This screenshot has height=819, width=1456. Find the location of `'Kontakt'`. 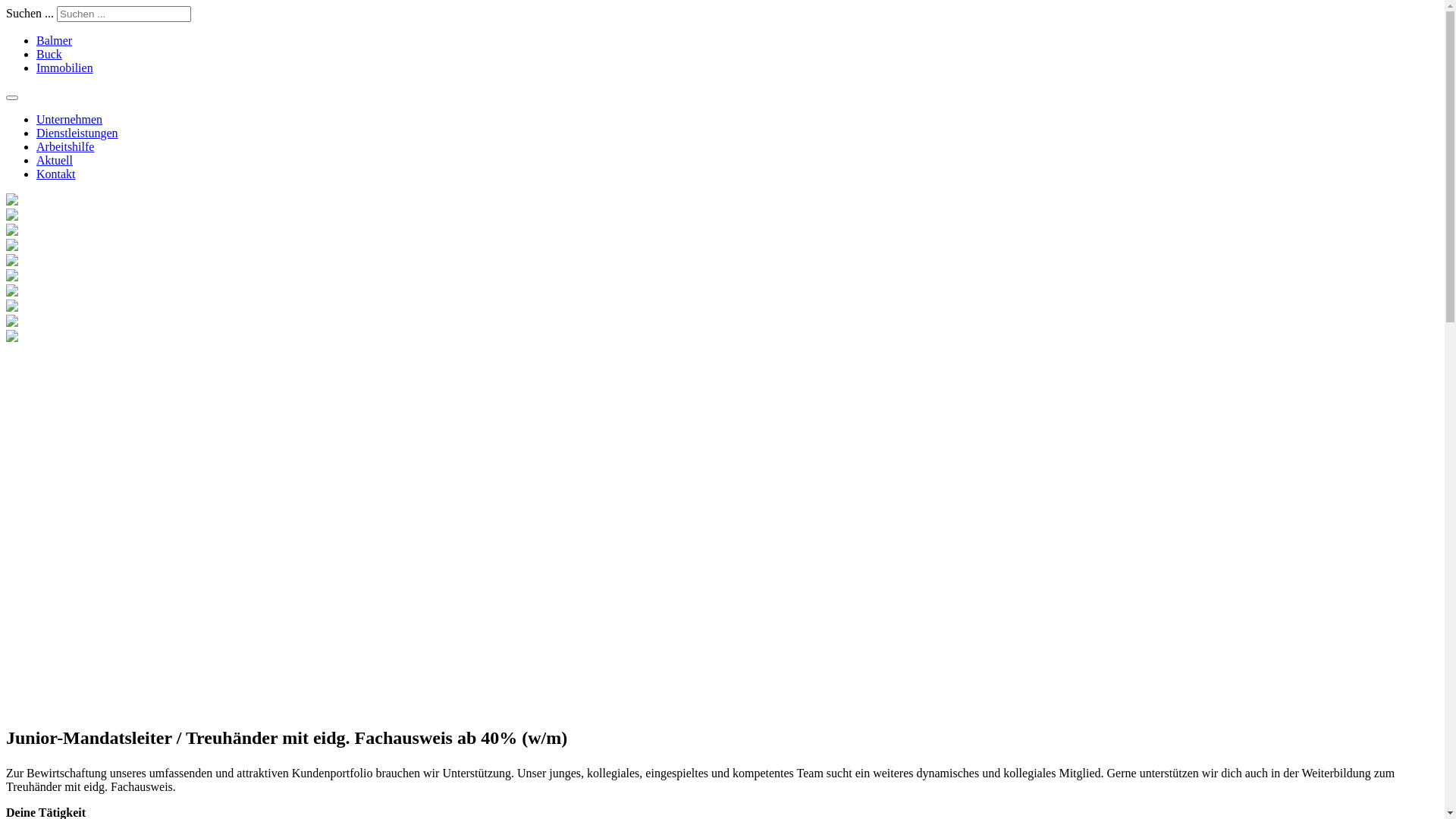

'Kontakt' is located at coordinates (55, 173).